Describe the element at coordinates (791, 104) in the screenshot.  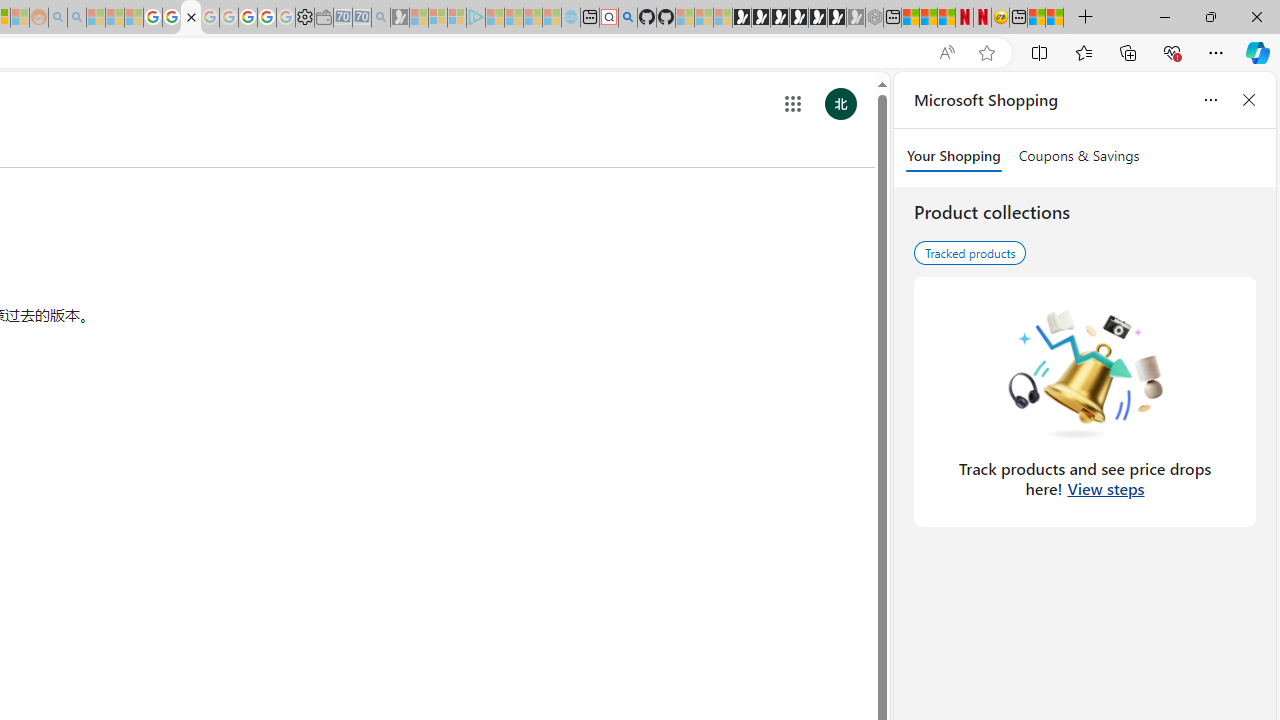
I see `'Class: gb_E'` at that location.